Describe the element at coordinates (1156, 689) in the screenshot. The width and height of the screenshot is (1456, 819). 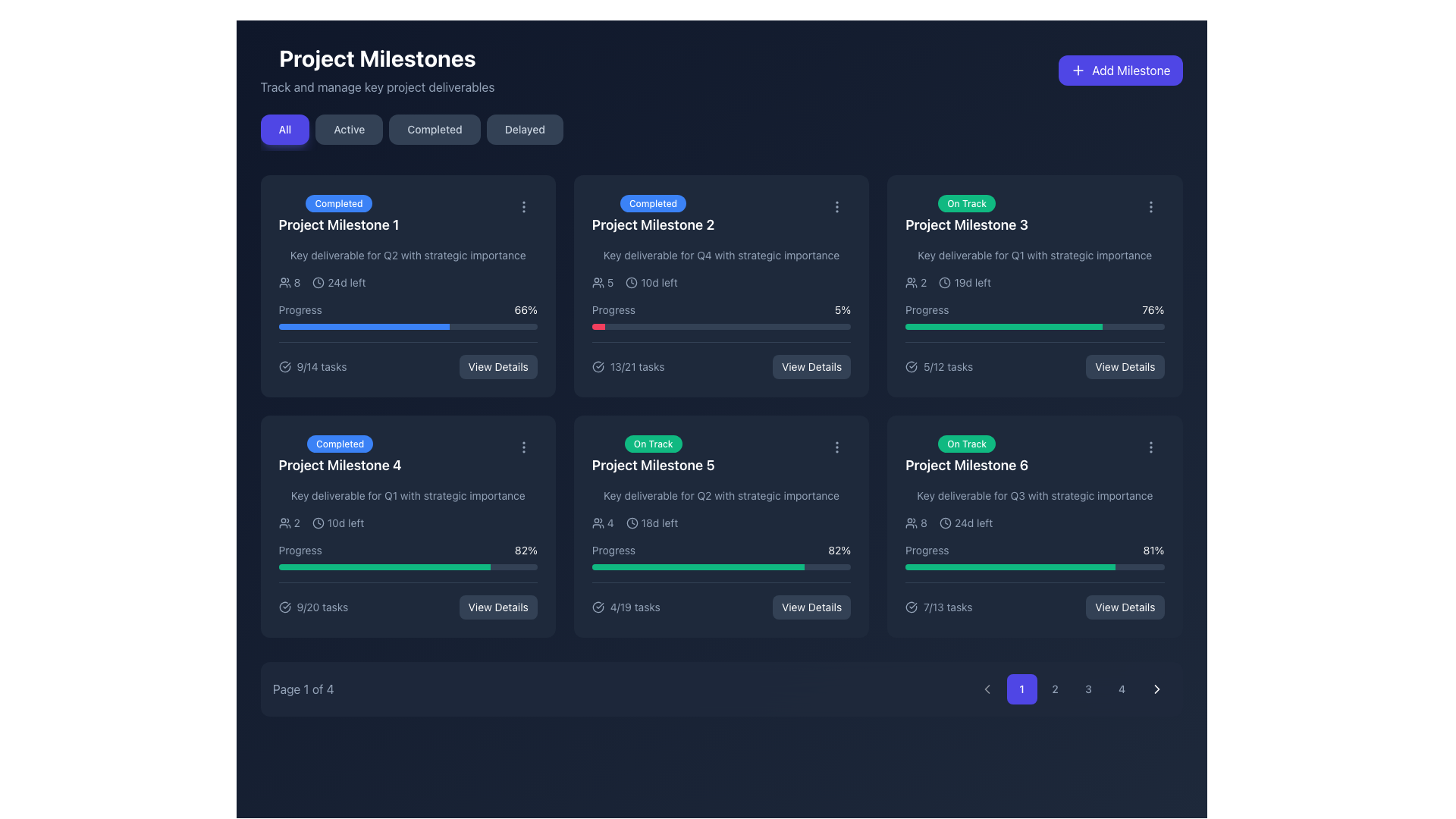
I see `the Navigation icon (Chevron) located at the far right of the pagination section` at that location.